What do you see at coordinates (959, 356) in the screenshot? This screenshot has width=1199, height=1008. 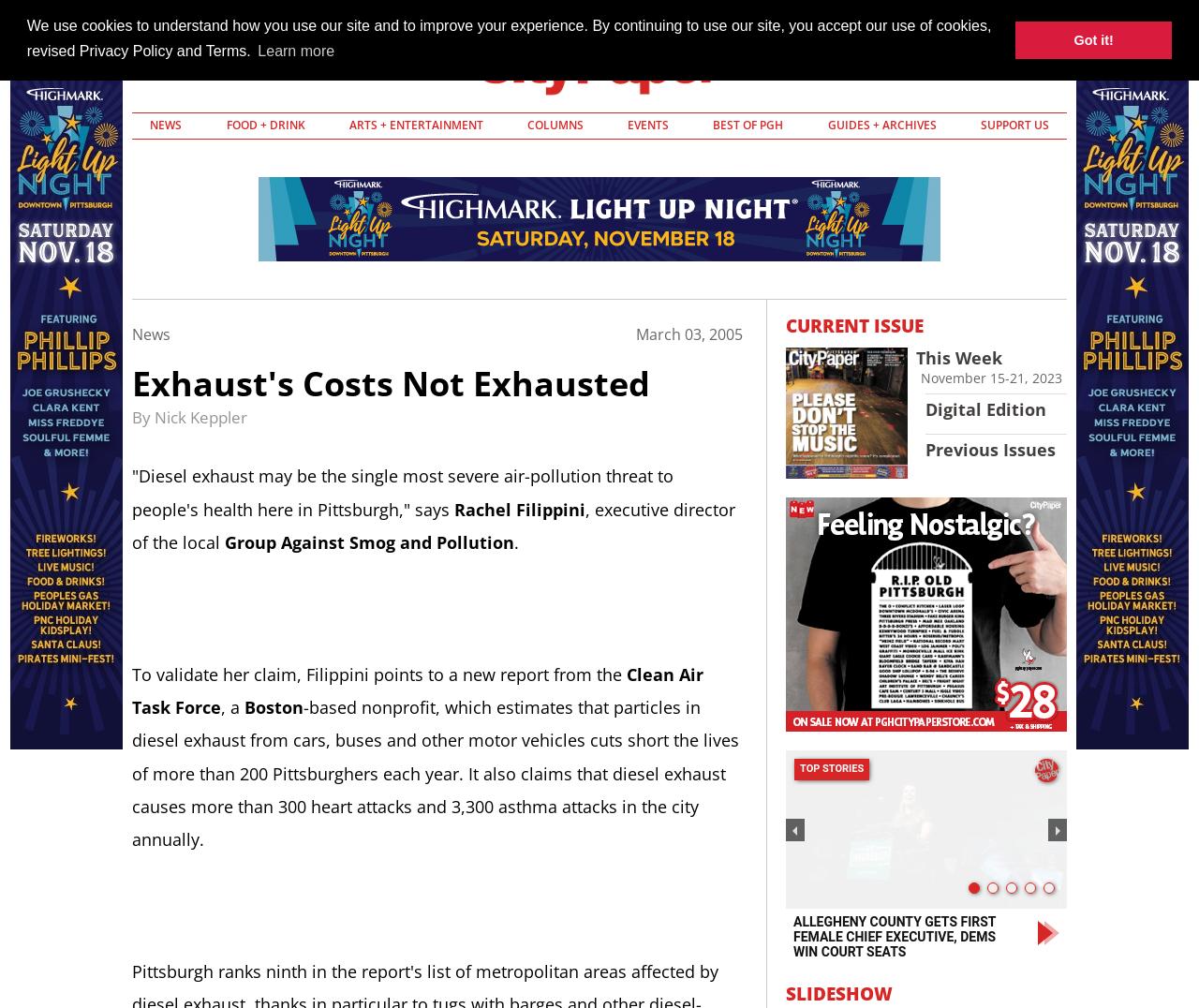 I see `'This Week'` at bounding box center [959, 356].